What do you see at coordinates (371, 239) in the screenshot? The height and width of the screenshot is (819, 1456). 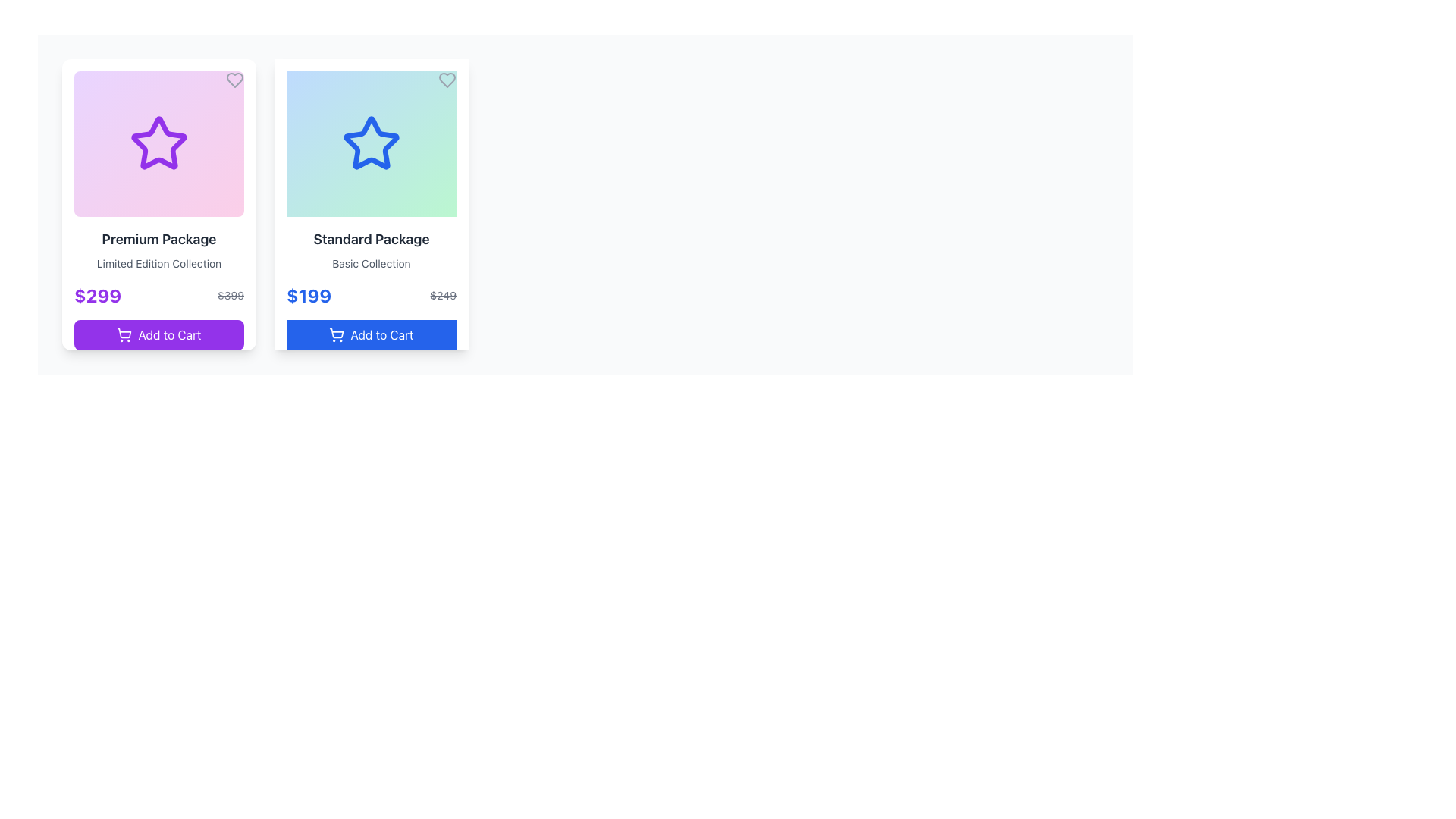 I see `the textual label displaying 'Standard Package', which is styled in large, bold black font and is located in a card layout, positioned below the star icon and above the 'Basic Collection' description text` at bounding box center [371, 239].